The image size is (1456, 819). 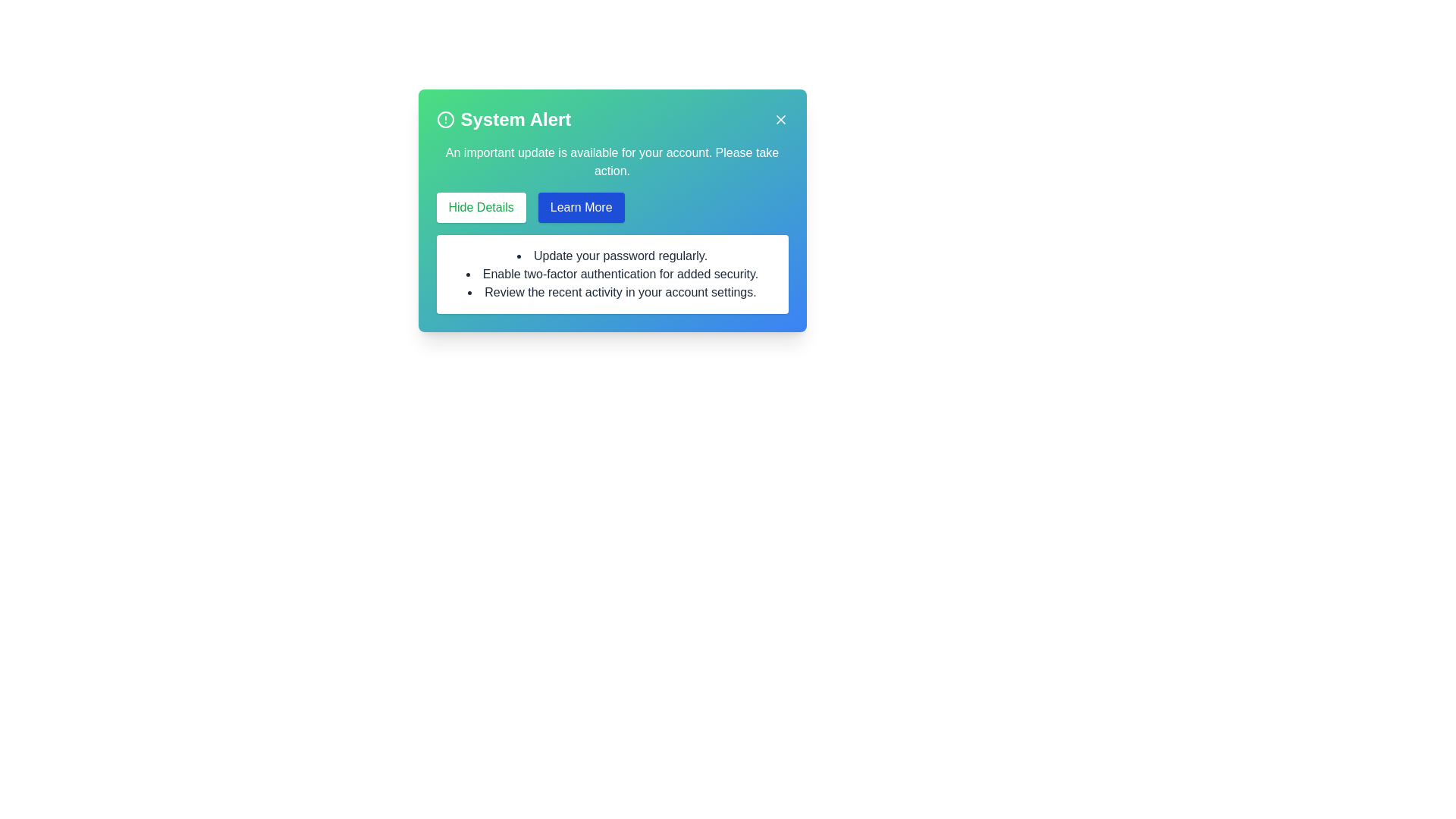 I want to click on the static text item reading 'Update your password regularly.' which is the first item in a bulleted list within the 'System Alert' panel, so click(x=612, y=256).